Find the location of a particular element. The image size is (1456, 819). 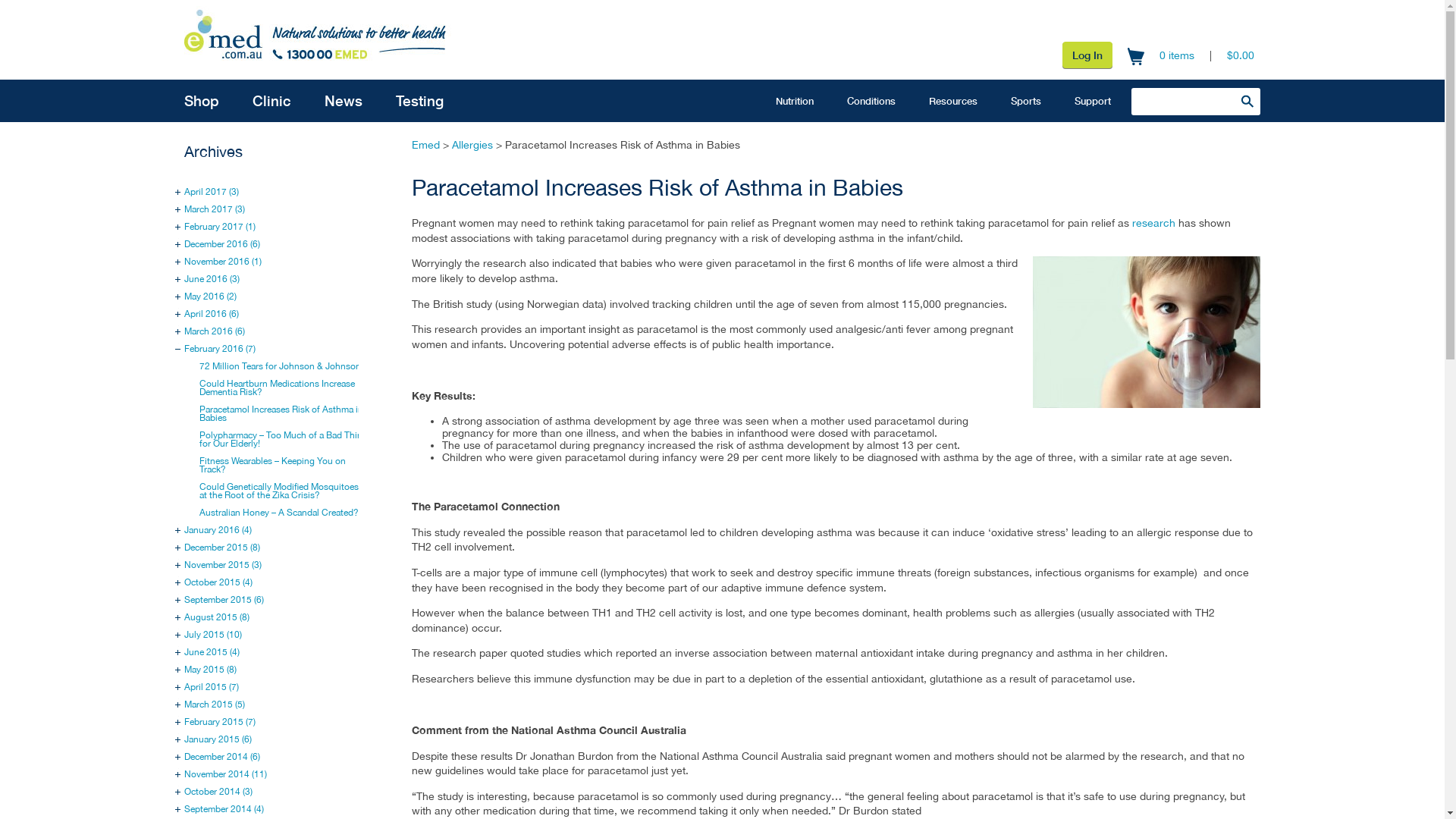

'July 2015 (10)' is located at coordinates (212, 635).